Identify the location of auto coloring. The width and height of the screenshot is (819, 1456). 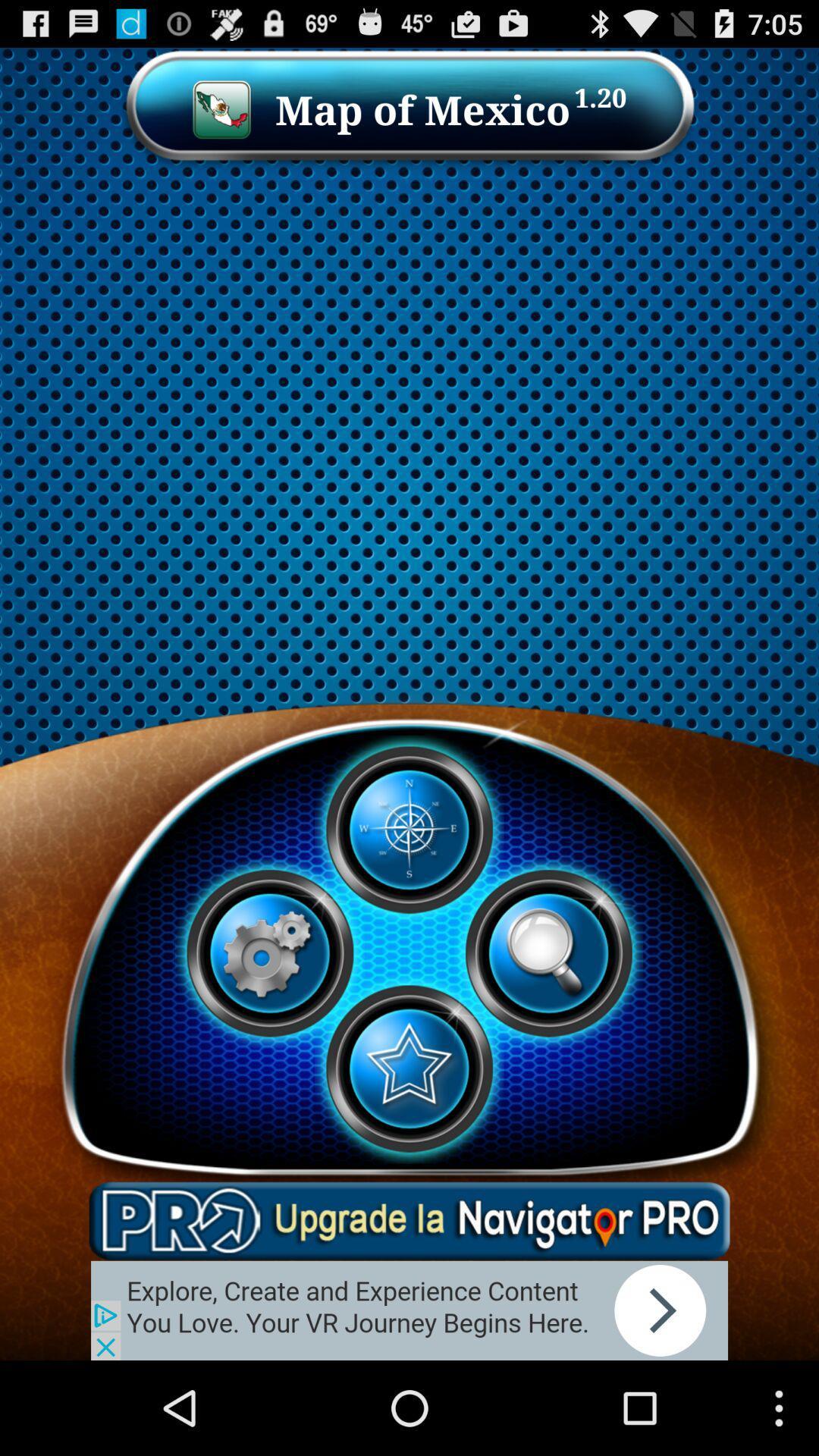
(409, 1221).